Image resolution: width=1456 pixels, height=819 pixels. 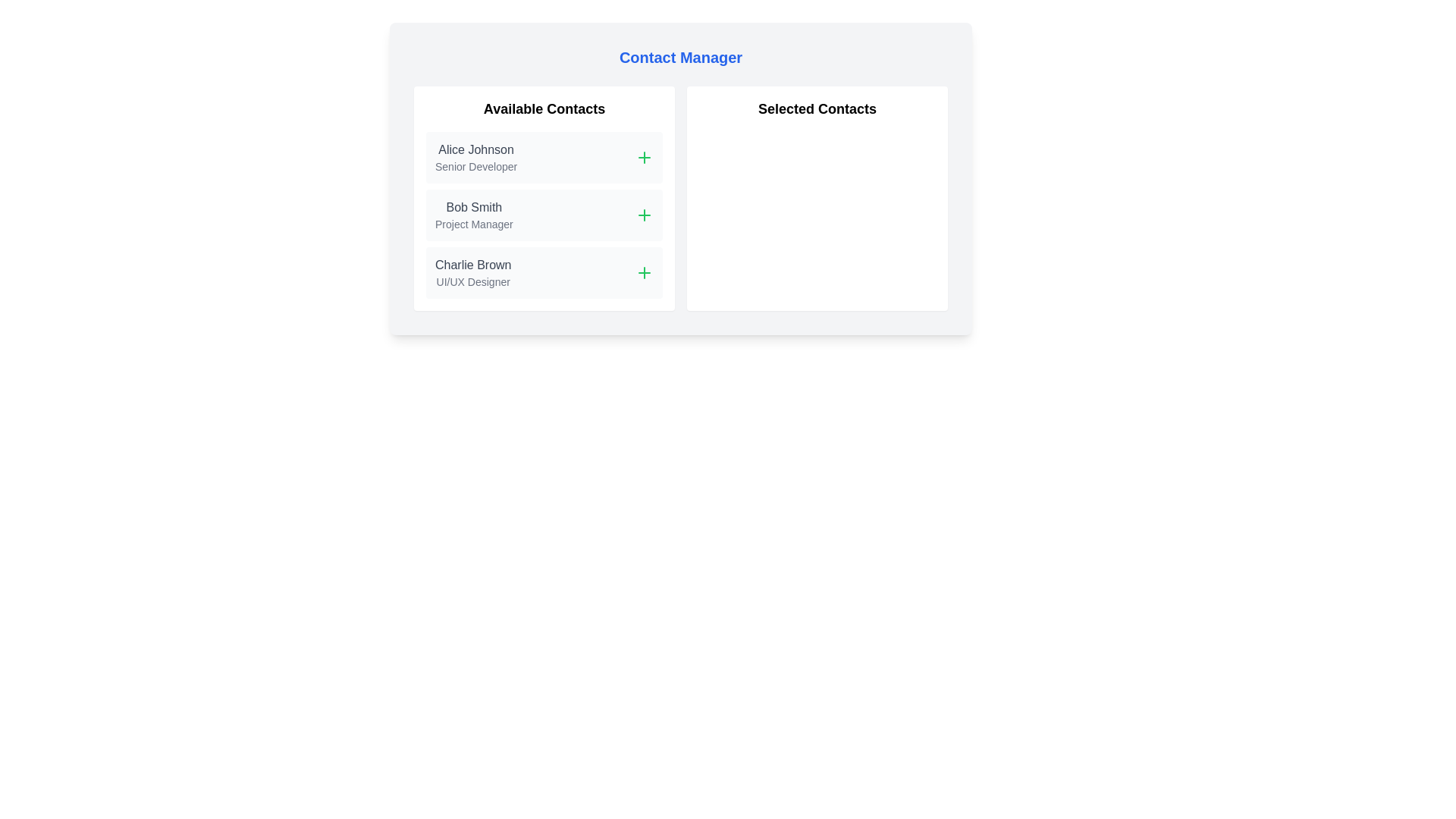 I want to click on the small green plus icon located next to the text 'Charlie Brown', so click(x=644, y=271).